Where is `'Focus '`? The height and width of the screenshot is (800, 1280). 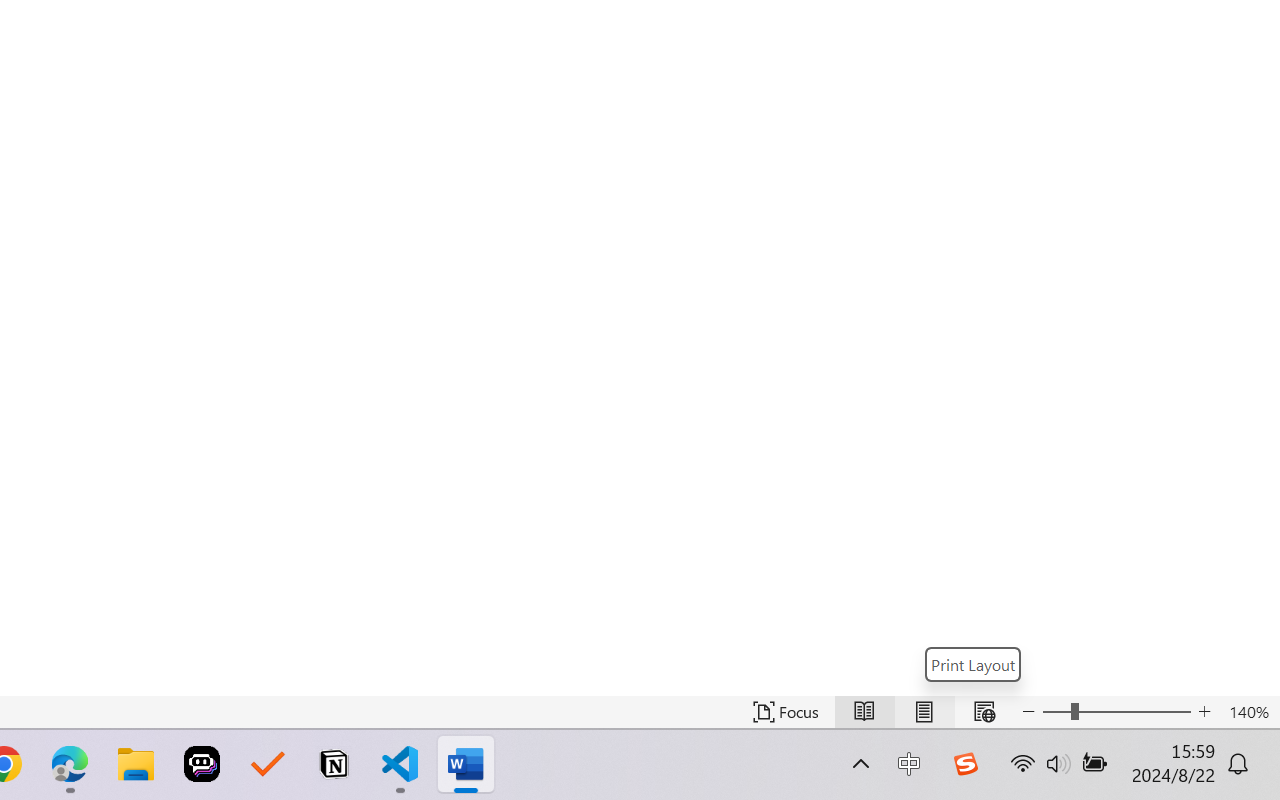
'Focus ' is located at coordinates (785, 711).